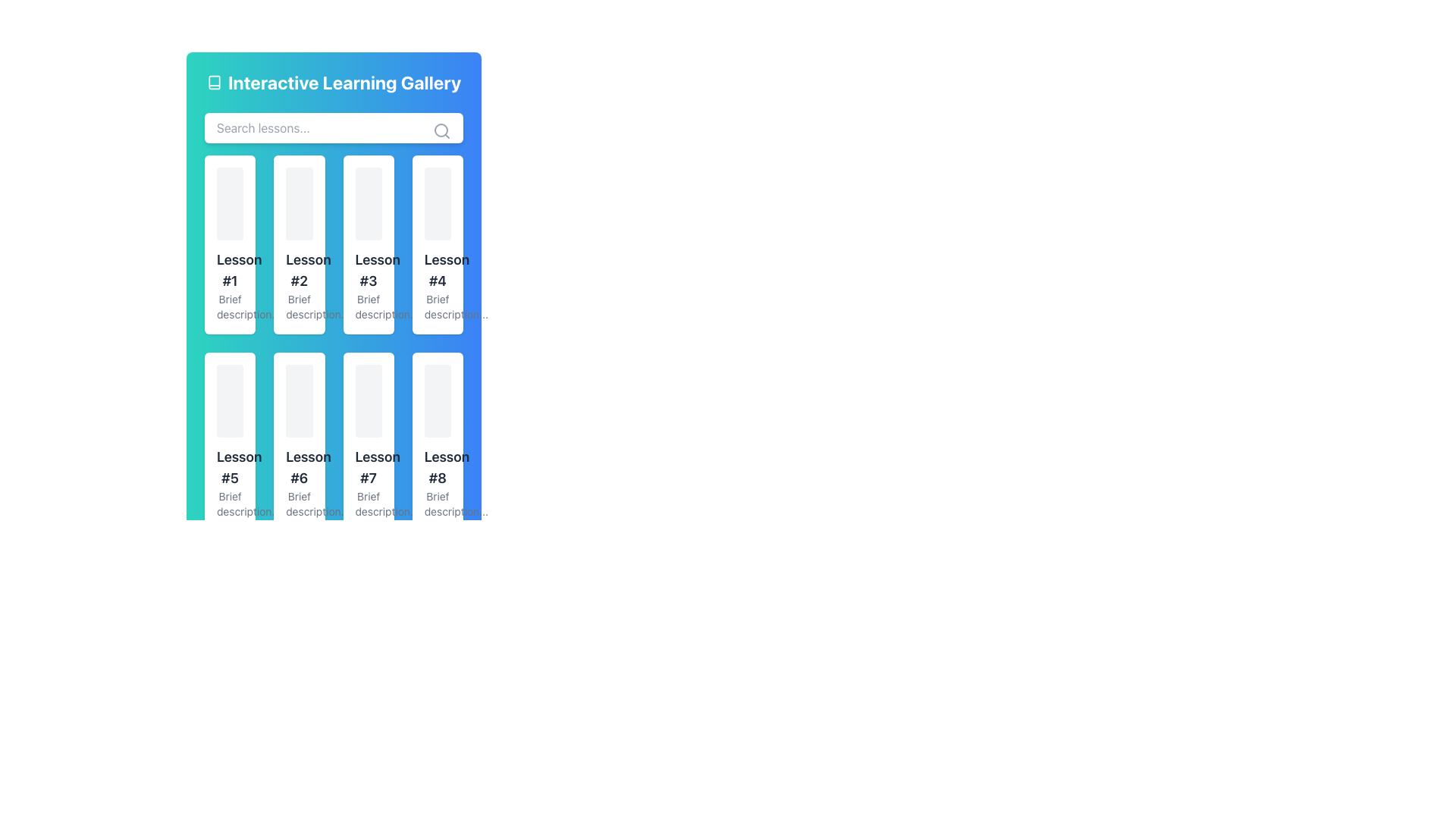  I want to click on text label that contains 'Brief description...' located beneath the heading 'Lesson #2' in the card situated in the second column of the first row, so click(299, 307).